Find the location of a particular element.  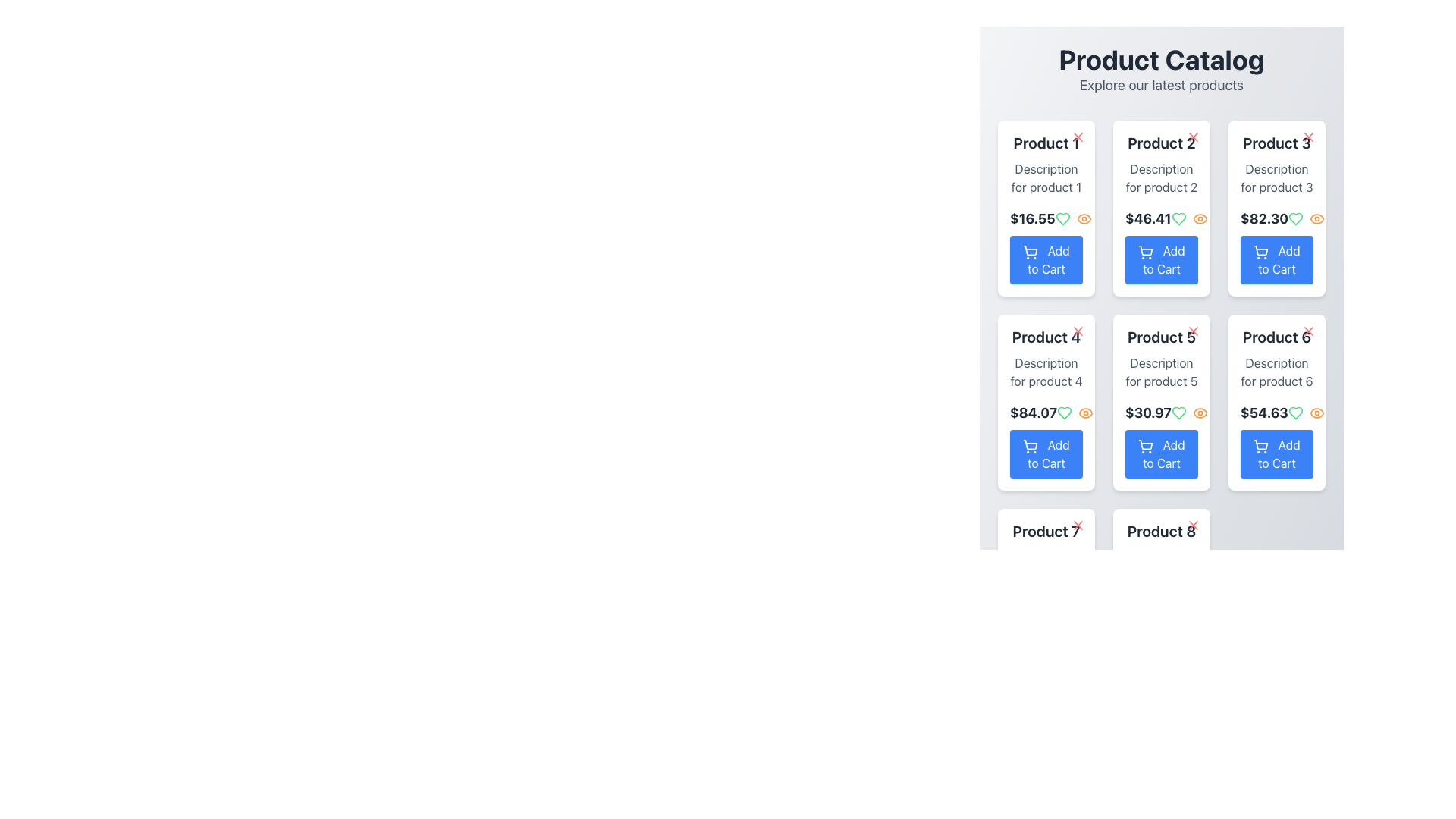

the price text displaying '$82.30' located in the upper central part of the 'Product 3' card, situated beneath the product description and above the 'Add to Cart' button is located at coordinates (1276, 219).